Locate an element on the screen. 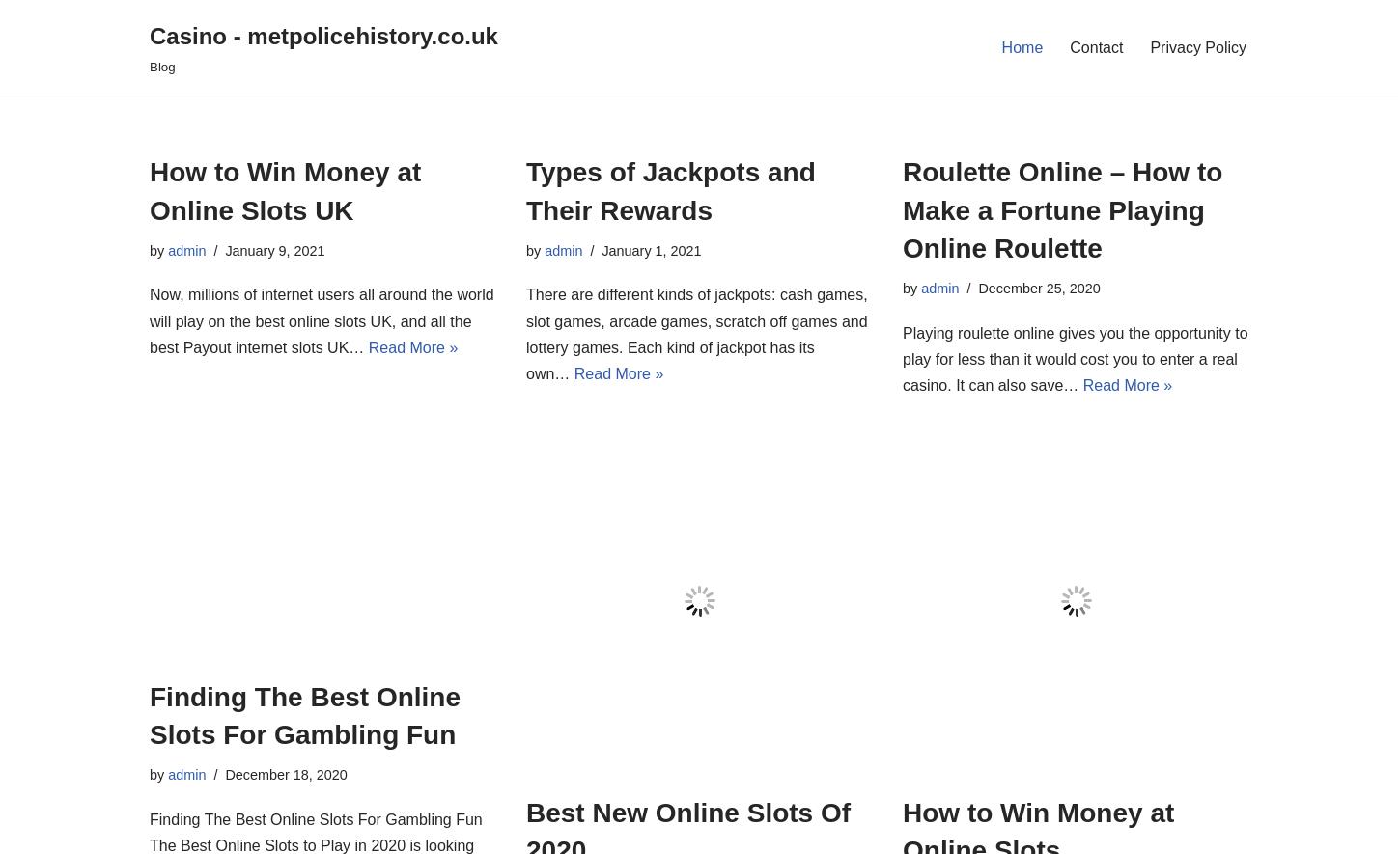 This screenshot has height=854, width=1400. 'Contact' is located at coordinates (1095, 46).